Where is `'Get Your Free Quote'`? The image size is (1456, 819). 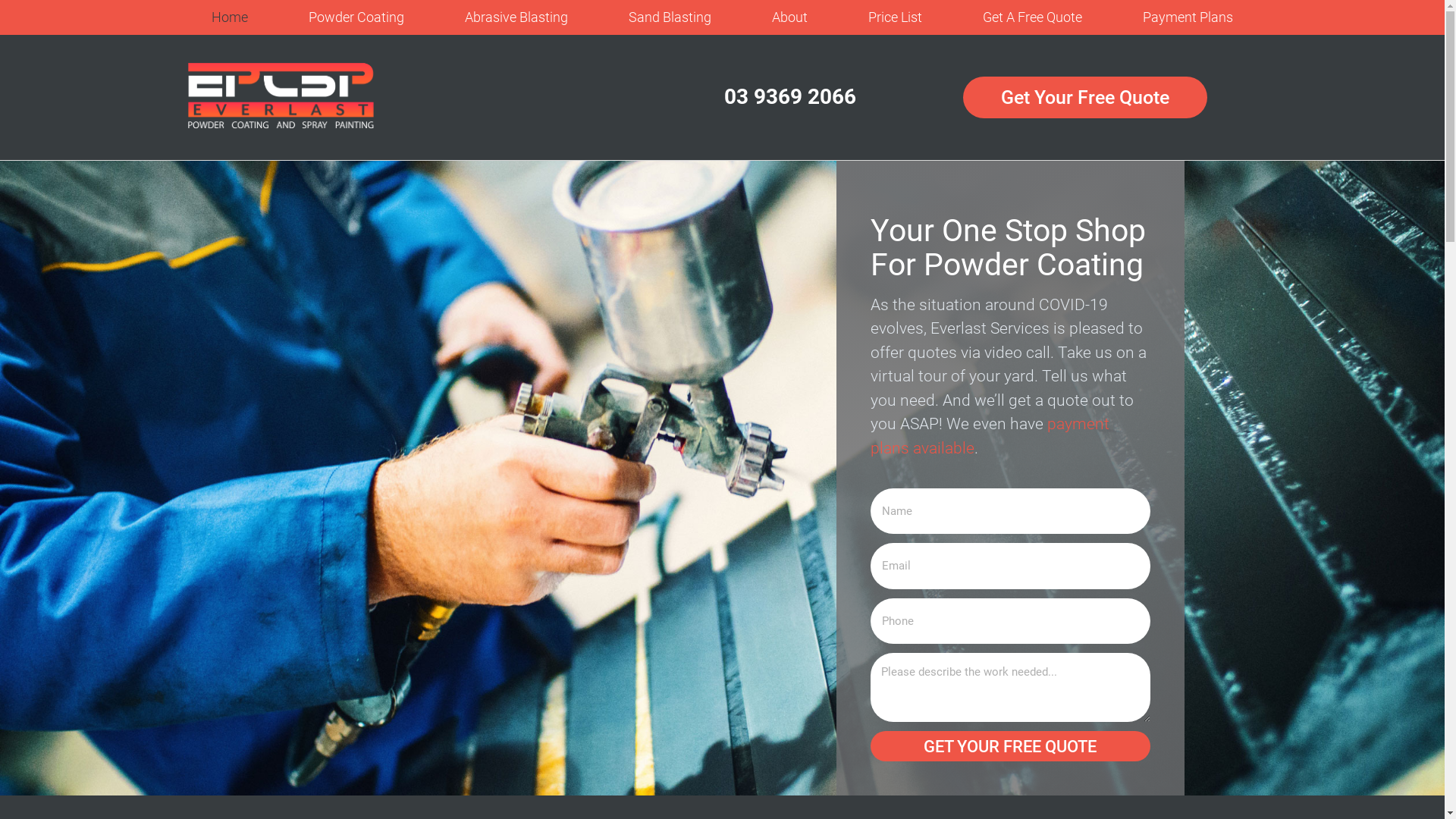
'Get Your Free Quote' is located at coordinates (1084, 97).